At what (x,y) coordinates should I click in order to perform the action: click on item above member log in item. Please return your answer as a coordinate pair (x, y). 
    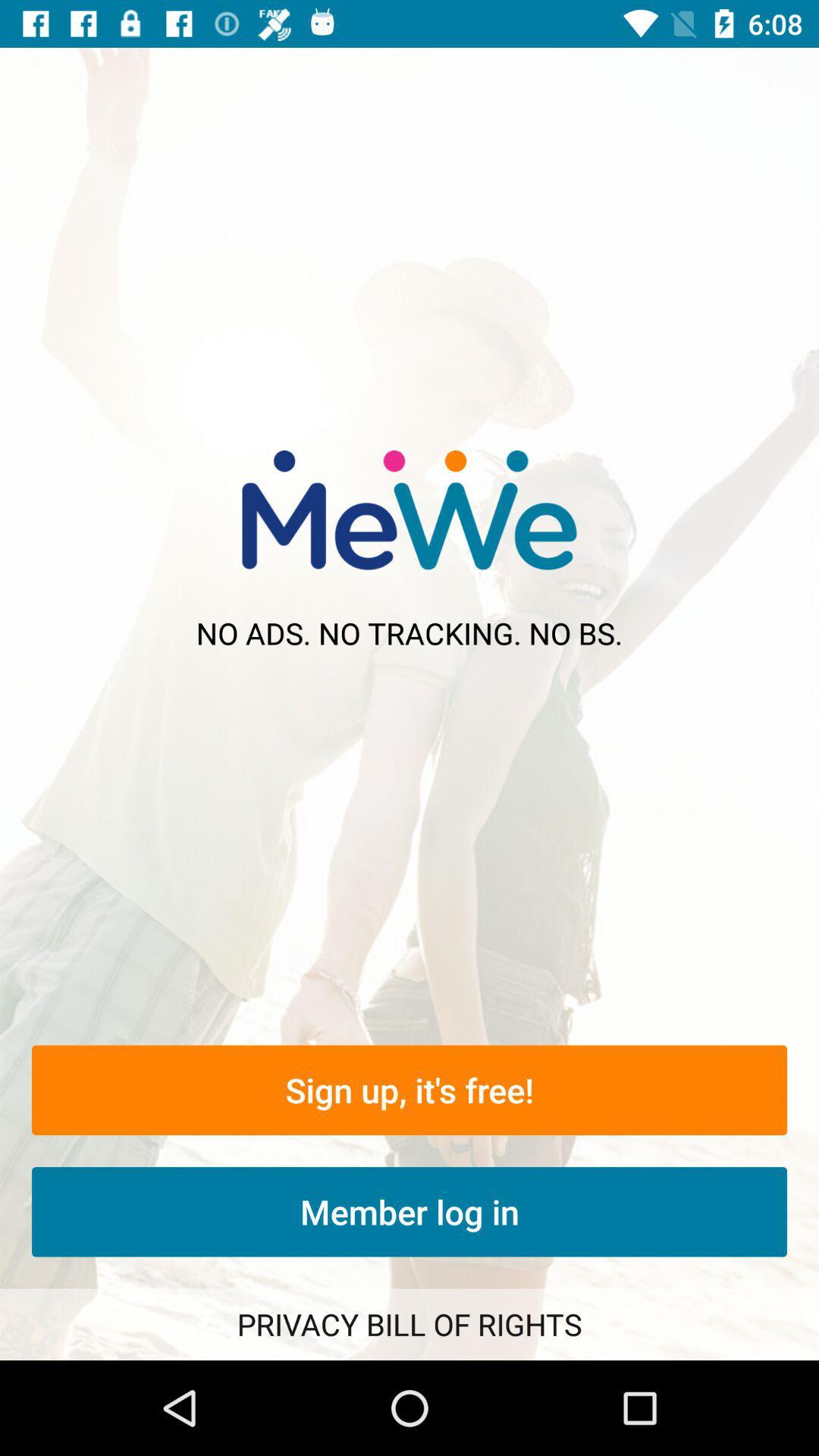
    Looking at the image, I should click on (409, 1089).